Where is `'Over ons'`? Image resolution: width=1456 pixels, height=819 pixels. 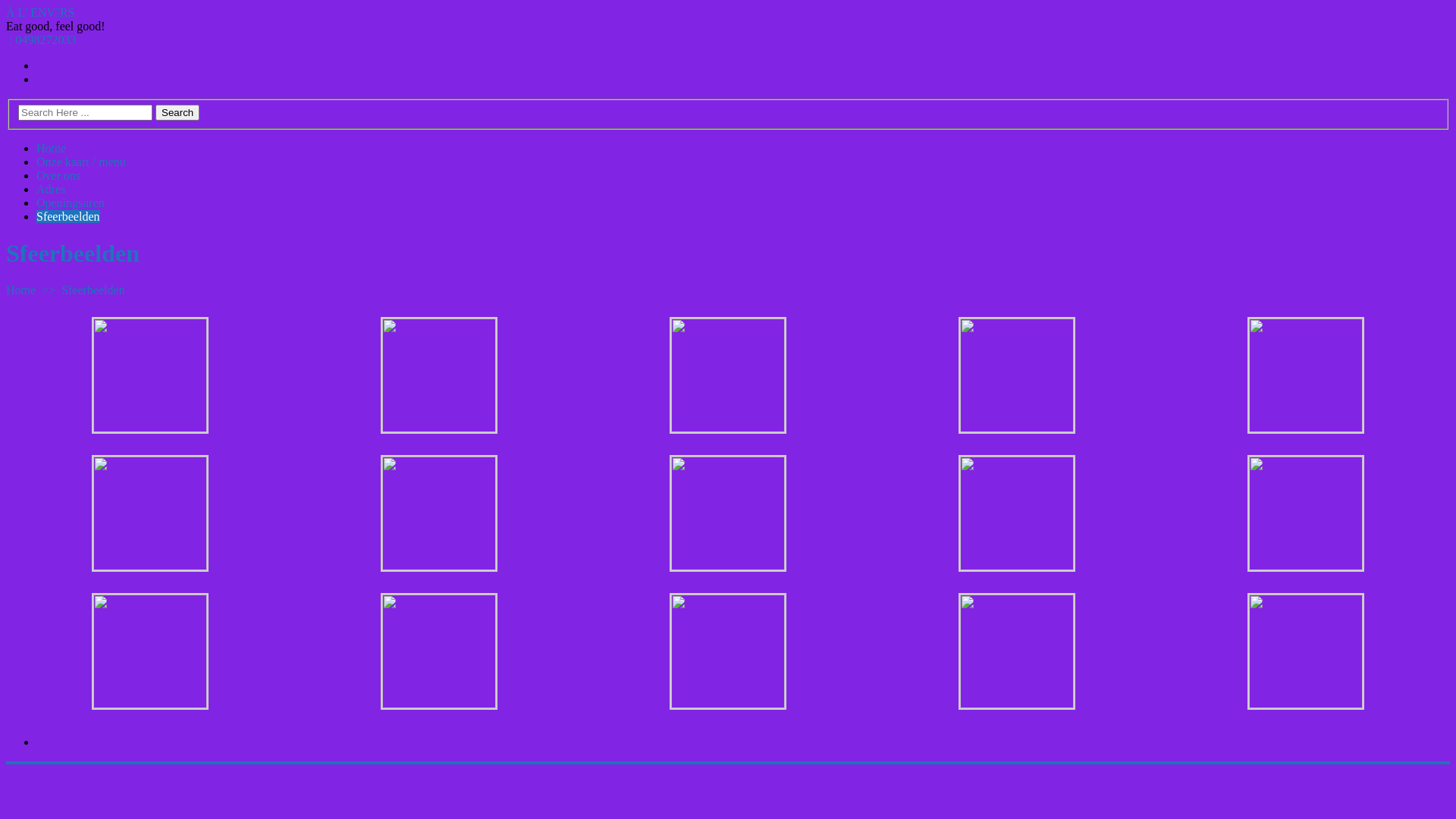
'Over ons' is located at coordinates (58, 174).